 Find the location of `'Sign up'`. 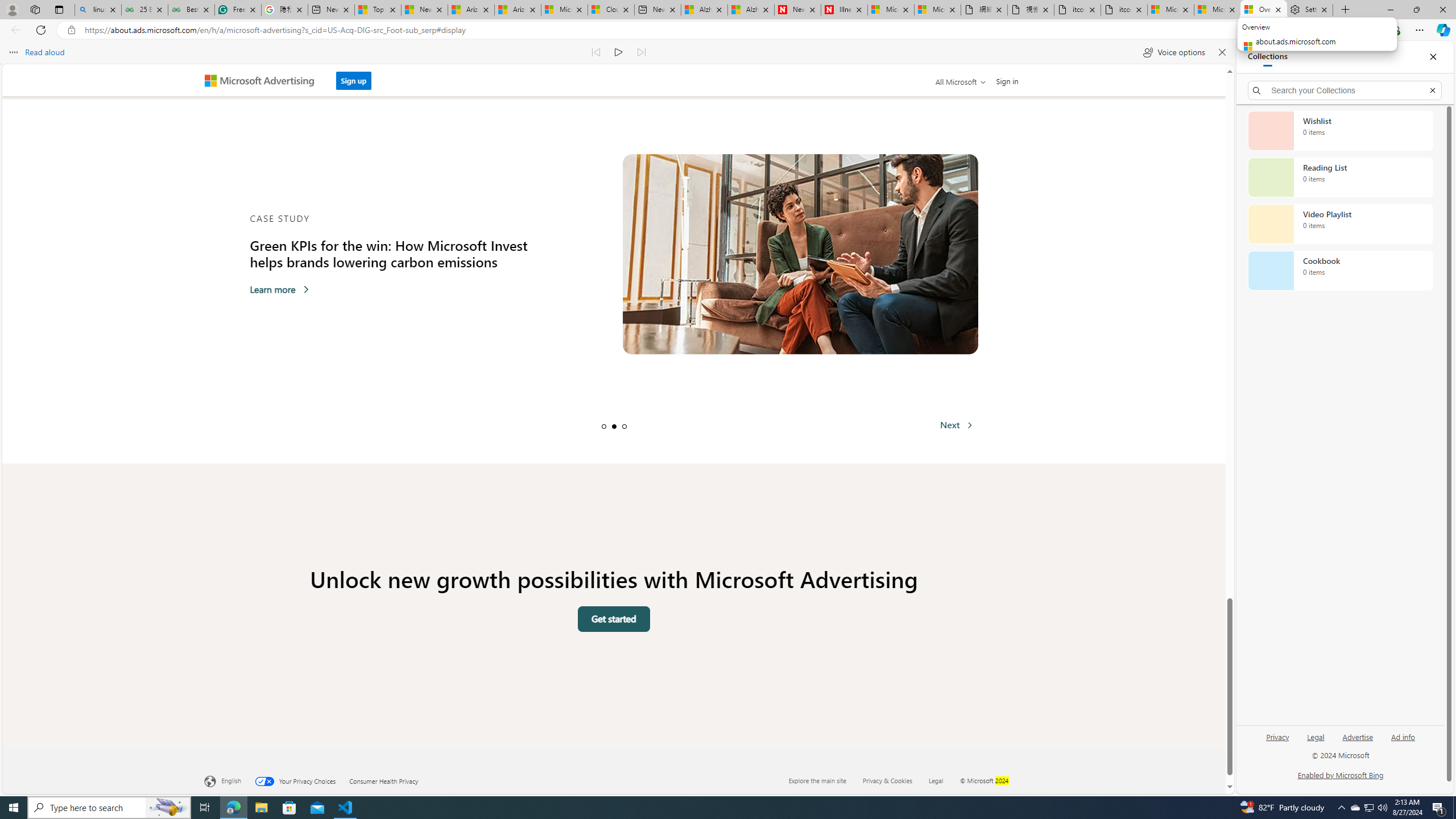

'Sign up' is located at coordinates (352, 80).